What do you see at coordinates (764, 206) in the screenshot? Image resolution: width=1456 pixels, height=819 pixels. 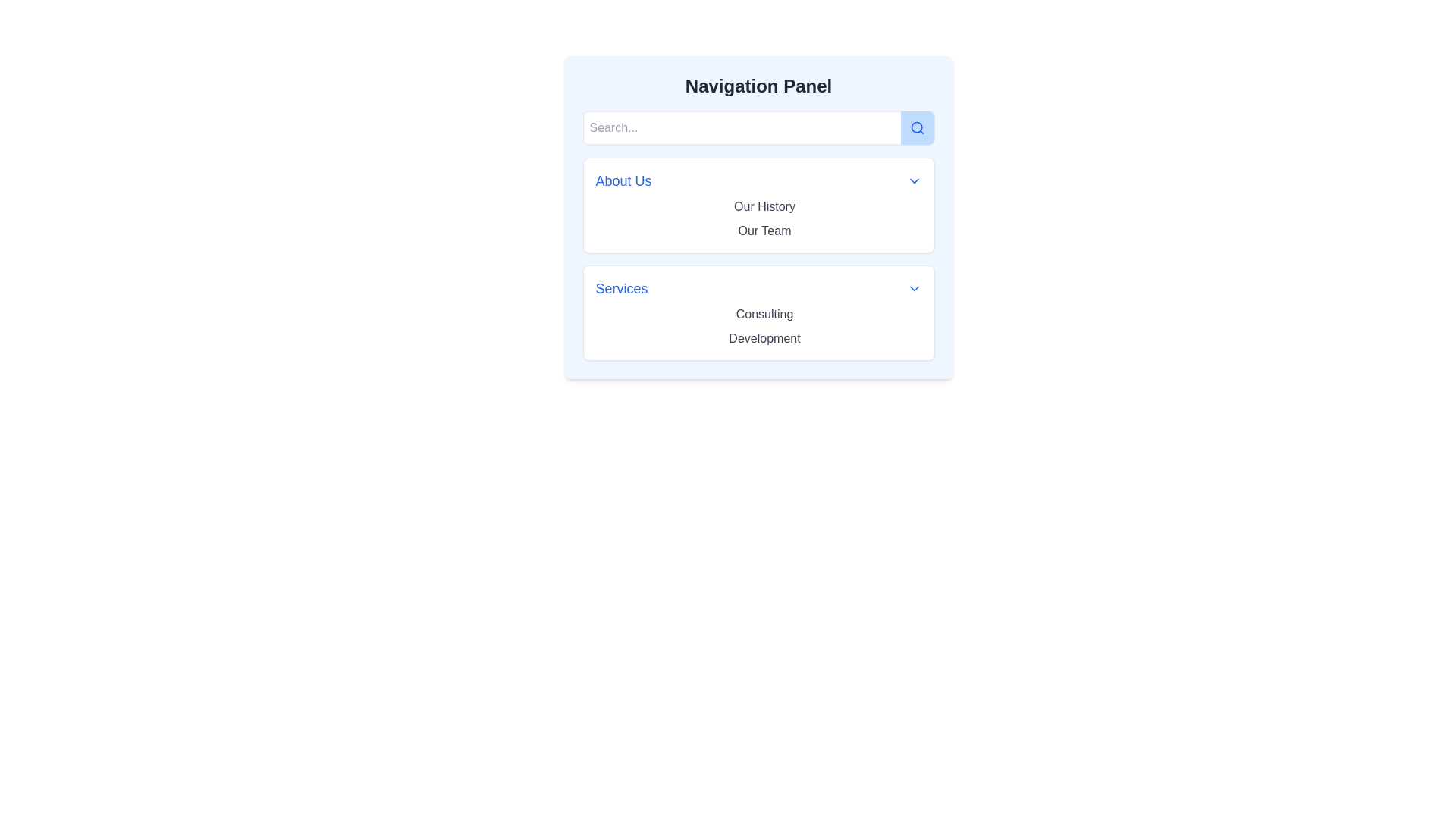 I see `the 'Our History' hyperlink located under the 'About Us' section in the navigation panel` at bounding box center [764, 206].